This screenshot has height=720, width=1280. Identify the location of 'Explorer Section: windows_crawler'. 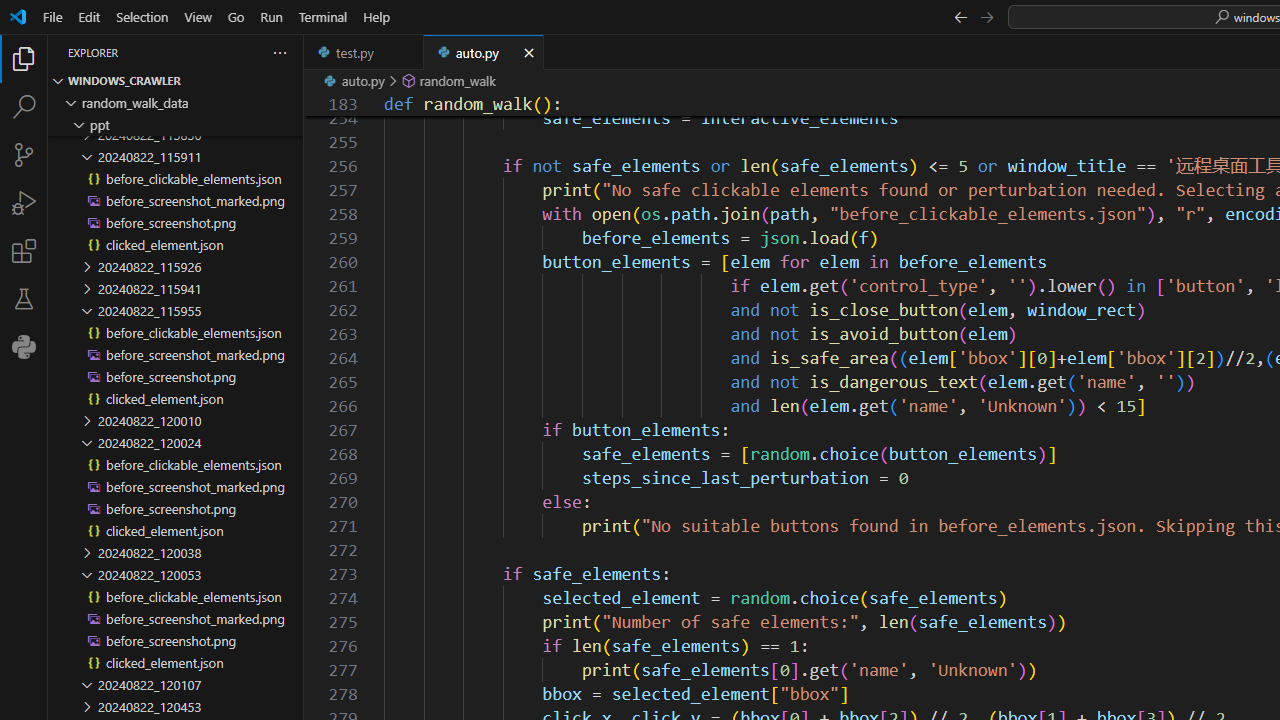
(176, 80).